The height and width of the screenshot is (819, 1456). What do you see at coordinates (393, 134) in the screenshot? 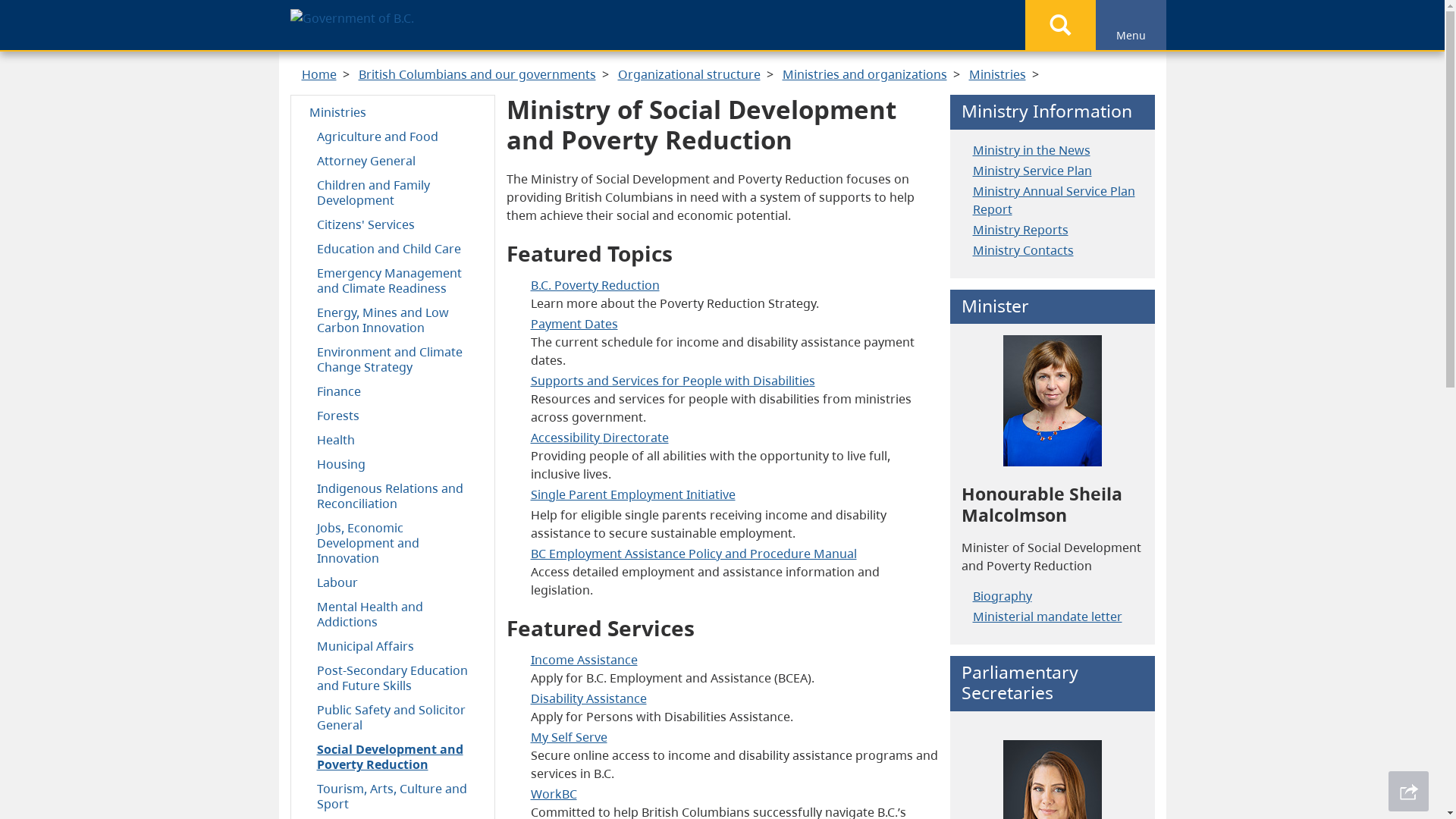
I see `'Agriculture and Food'` at bounding box center [393, 134].